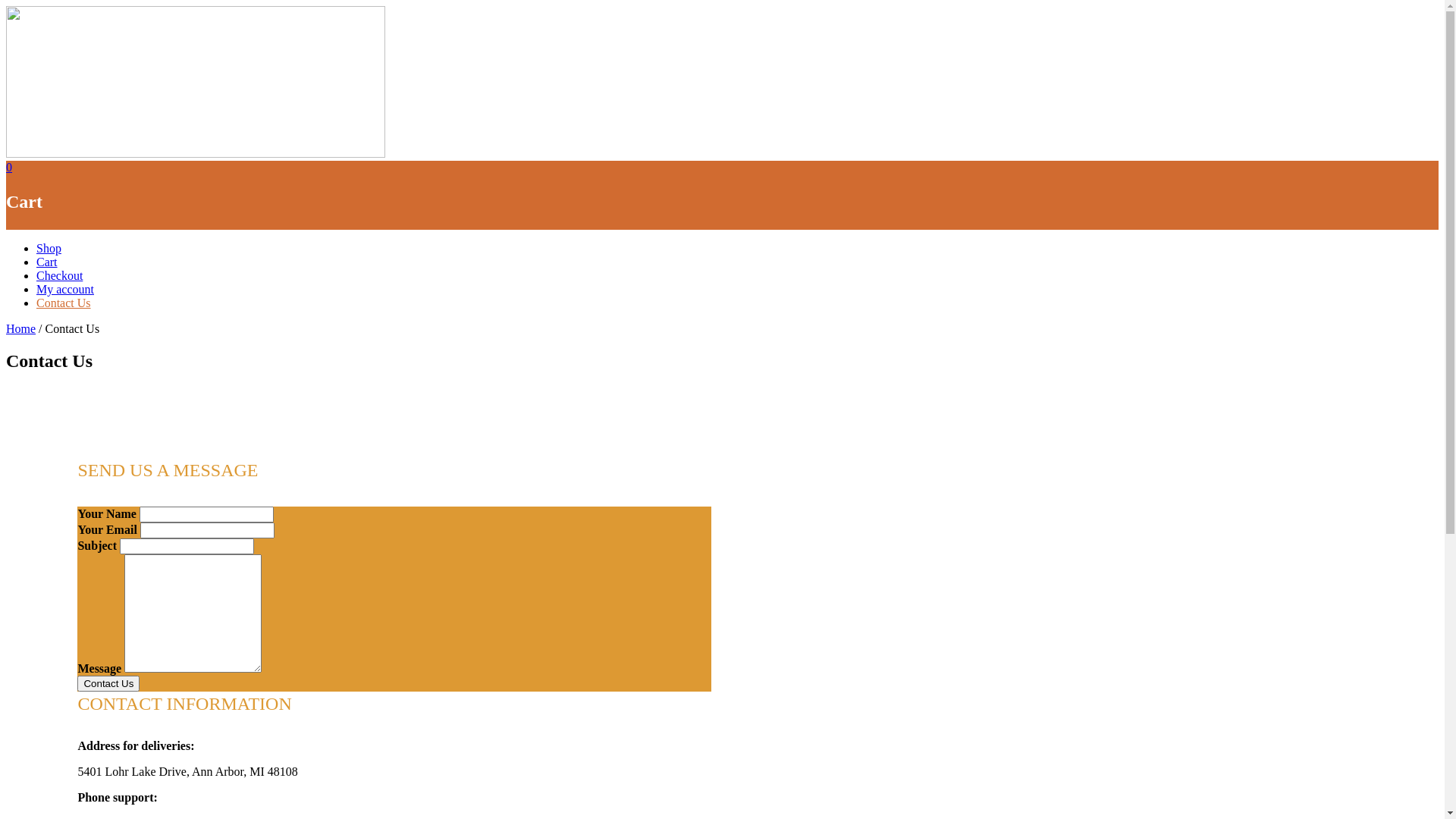  What do you see at coordinates (5, 5) in the screenshot?
I see `'Skip to content'` at bounding box center [5, 5].